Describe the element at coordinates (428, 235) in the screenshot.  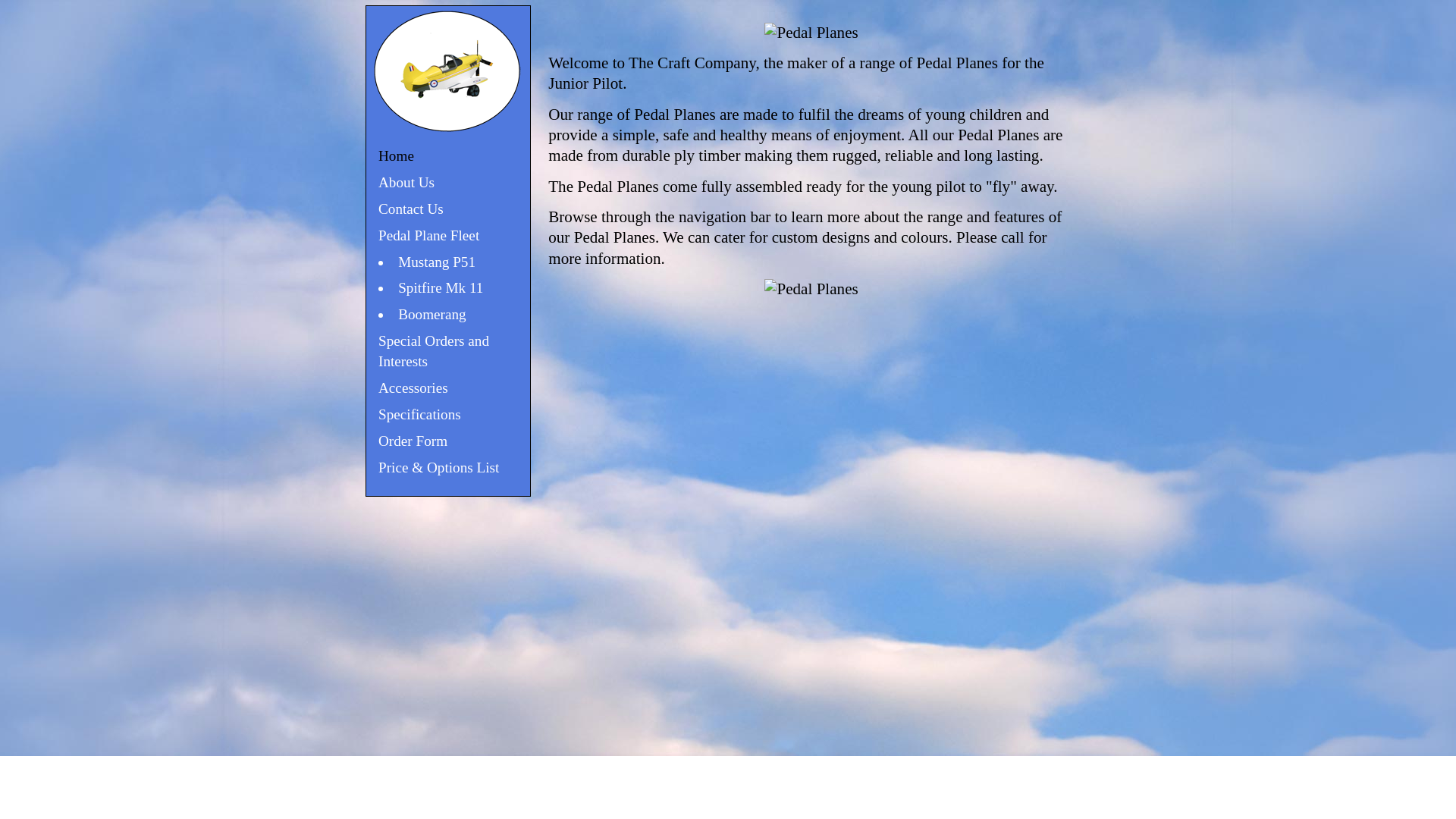
I see `'Pedal Plane Fleet'` at that location.